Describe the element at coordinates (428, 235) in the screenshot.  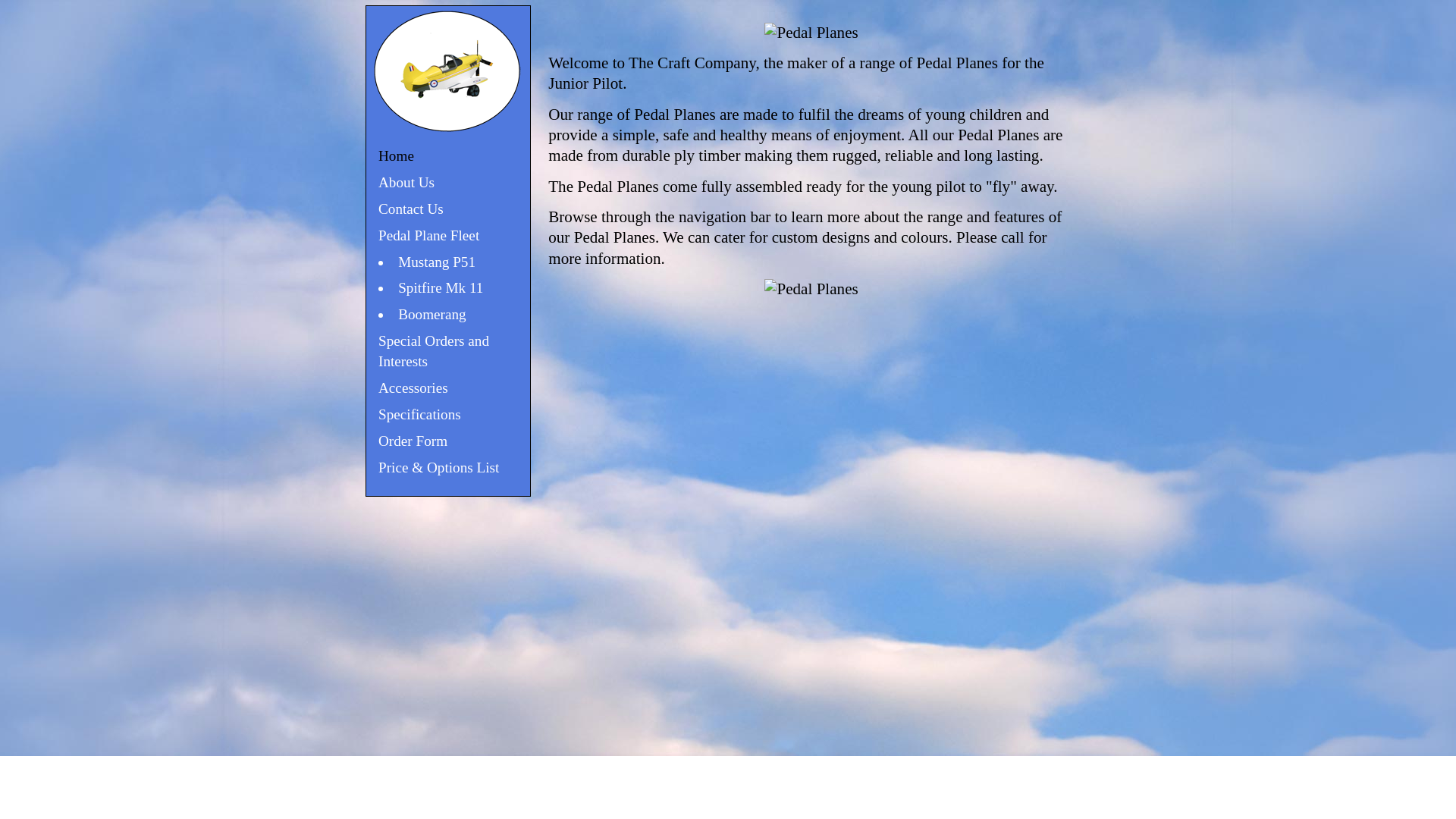
I see `'Pedal Plane Fleet'` at that location.